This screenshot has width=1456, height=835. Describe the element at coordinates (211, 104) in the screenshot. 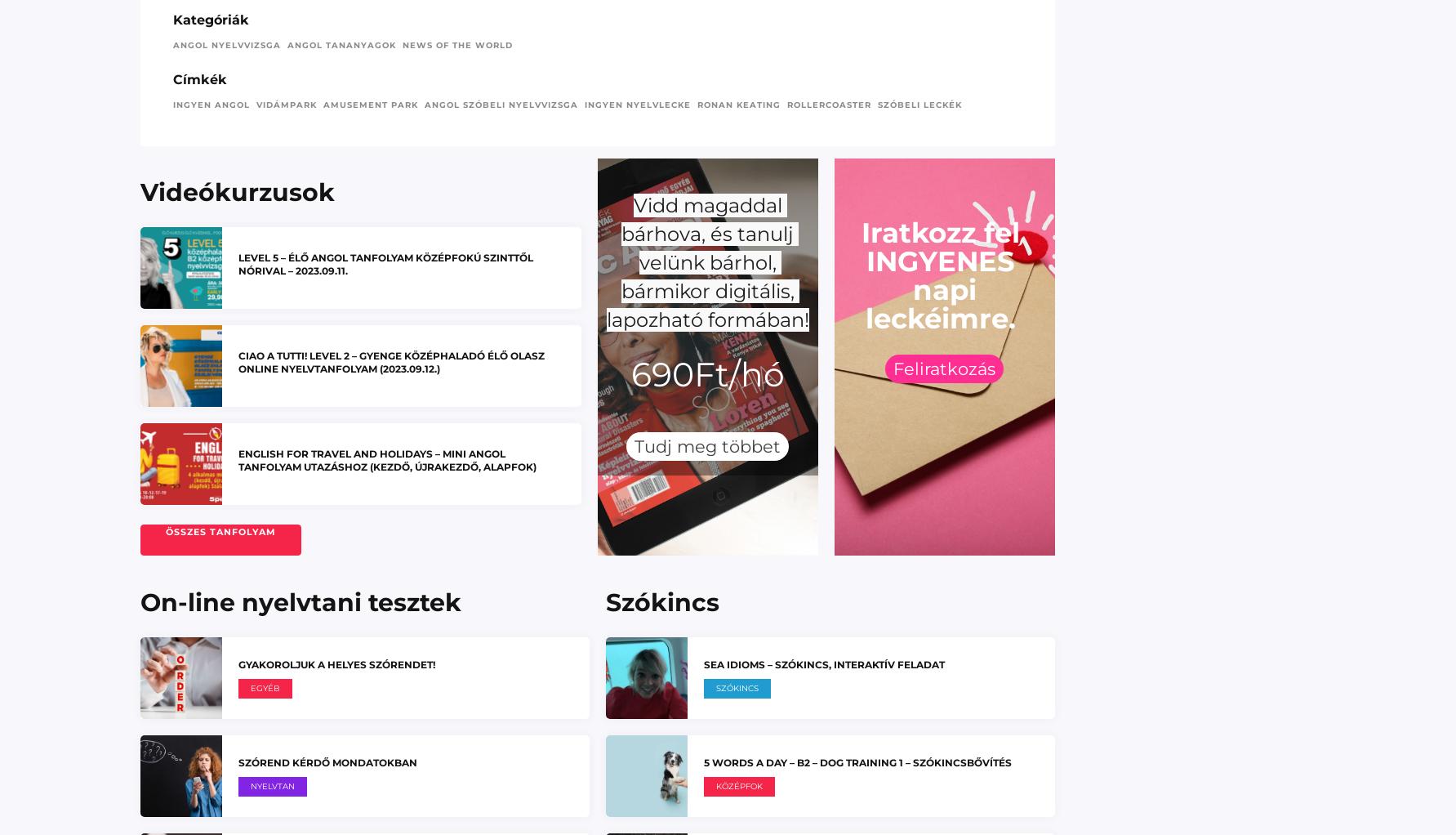

I see `'ingyen angol'` at that location.